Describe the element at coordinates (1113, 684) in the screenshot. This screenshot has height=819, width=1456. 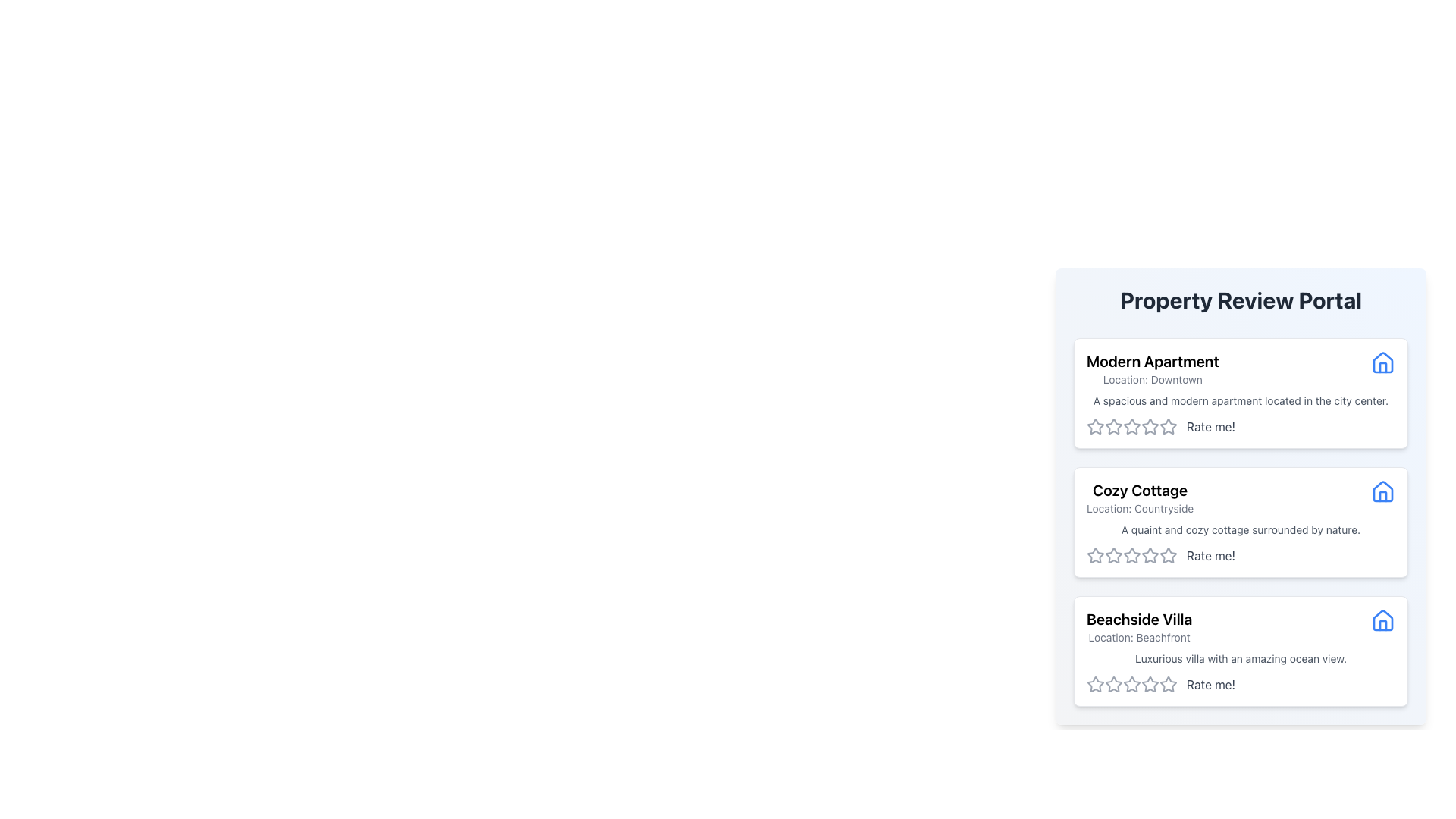
I see `the second star` at that location.